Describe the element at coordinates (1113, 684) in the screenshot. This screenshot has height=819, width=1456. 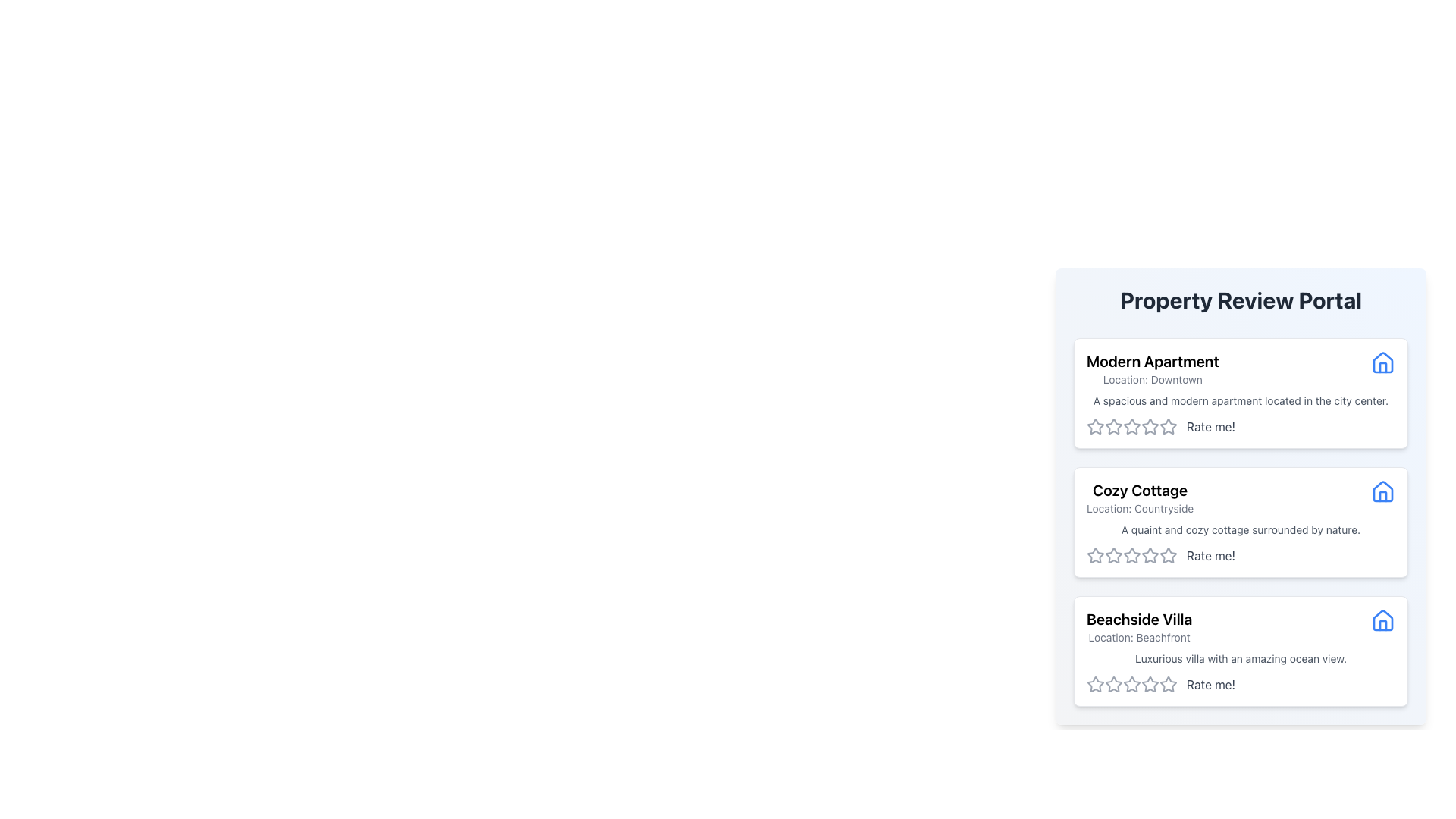
I see `the second star` at that location.